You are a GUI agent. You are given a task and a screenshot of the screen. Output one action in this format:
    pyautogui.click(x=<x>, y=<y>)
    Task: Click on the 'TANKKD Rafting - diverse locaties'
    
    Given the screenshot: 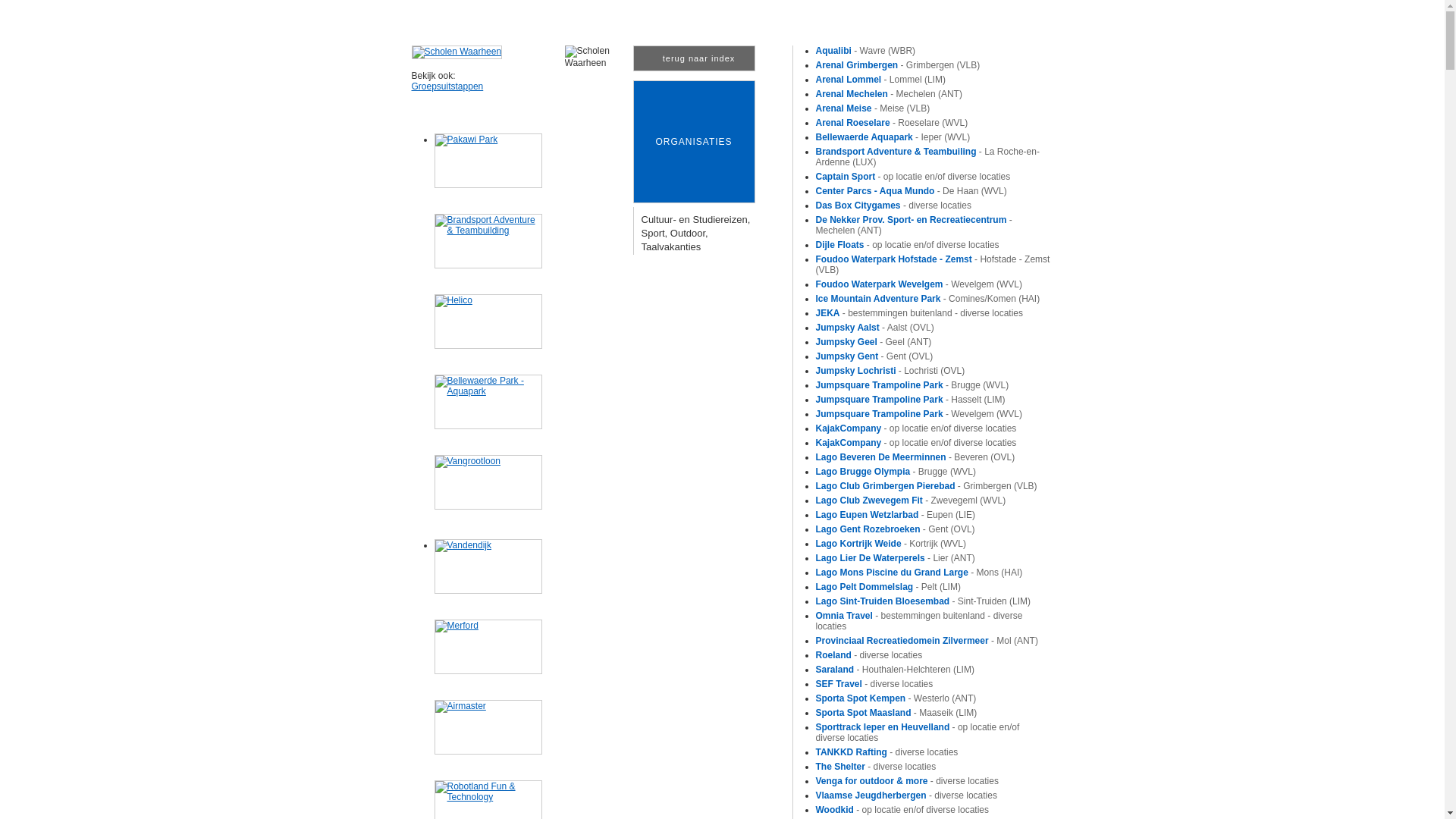 What is the action you would take?
    pyautogui.click(x=887, y=752)
    